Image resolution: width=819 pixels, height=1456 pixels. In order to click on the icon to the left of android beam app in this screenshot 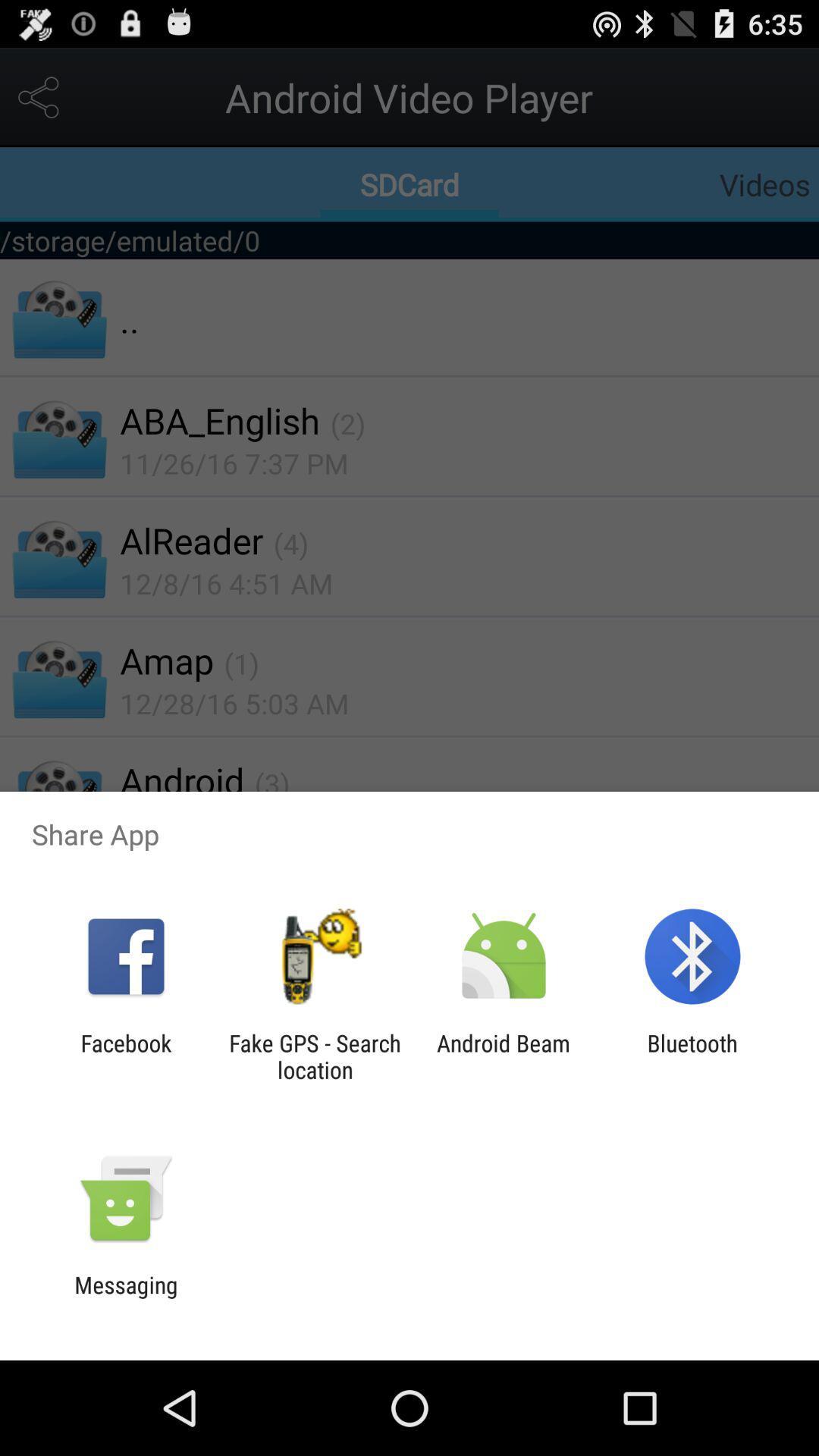, I will do `click(314, 1056)`.